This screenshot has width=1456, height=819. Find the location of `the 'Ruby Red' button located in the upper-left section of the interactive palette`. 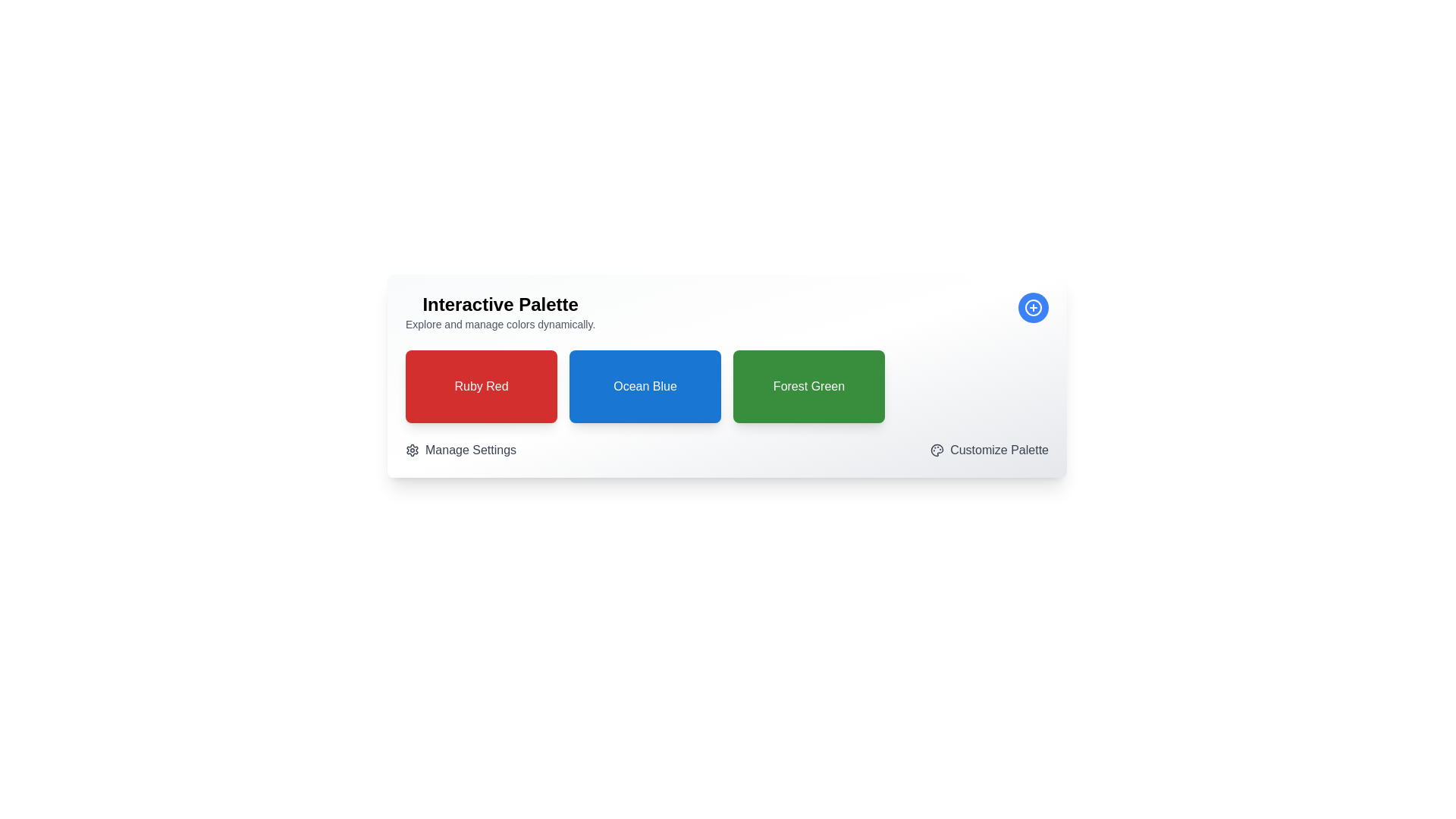

the 'Ruby Red' button located in the upper-left section of the interactive palette is located at coordinates (480, 385).